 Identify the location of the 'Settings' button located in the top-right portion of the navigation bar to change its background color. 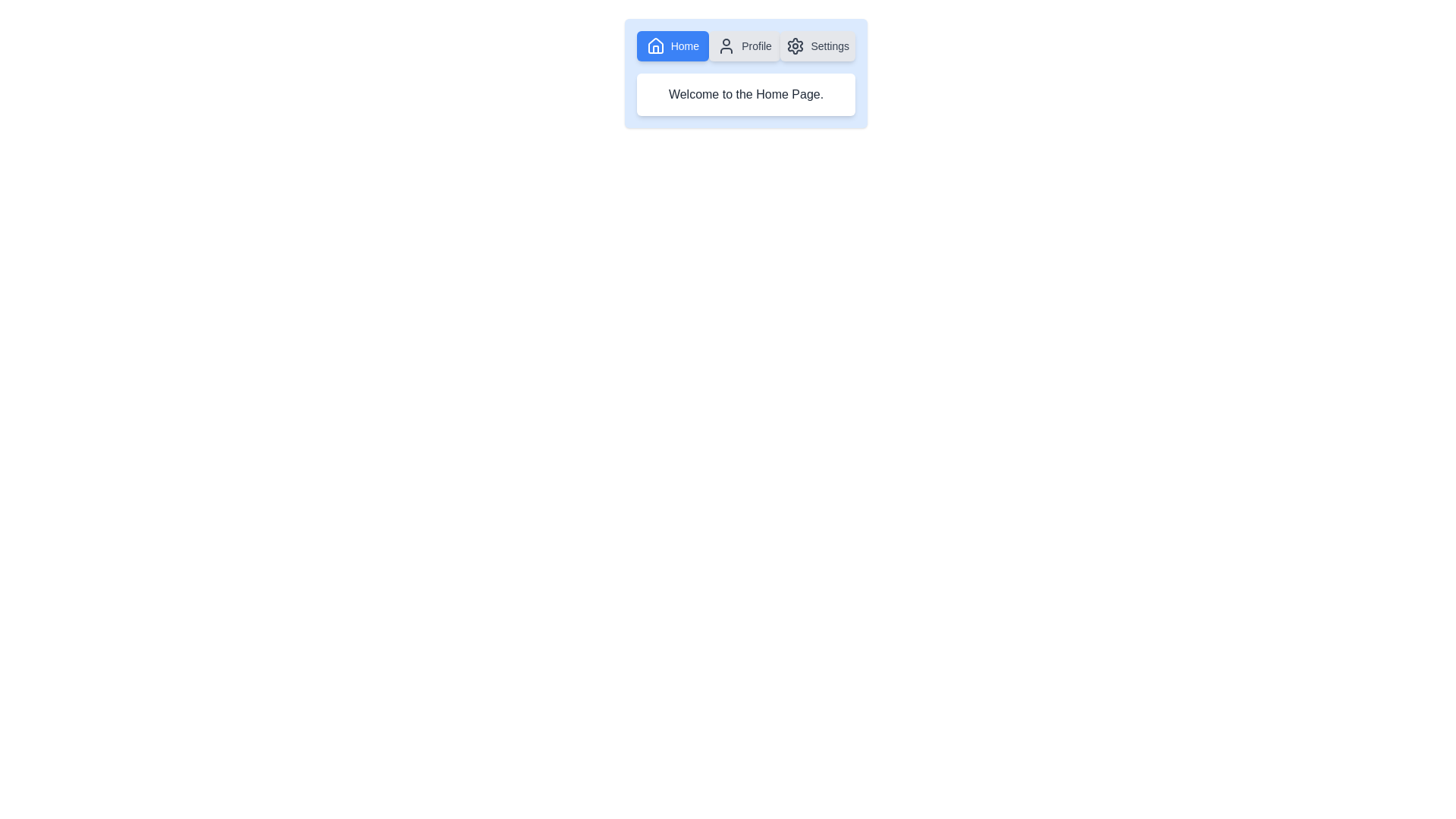
(817, 45).